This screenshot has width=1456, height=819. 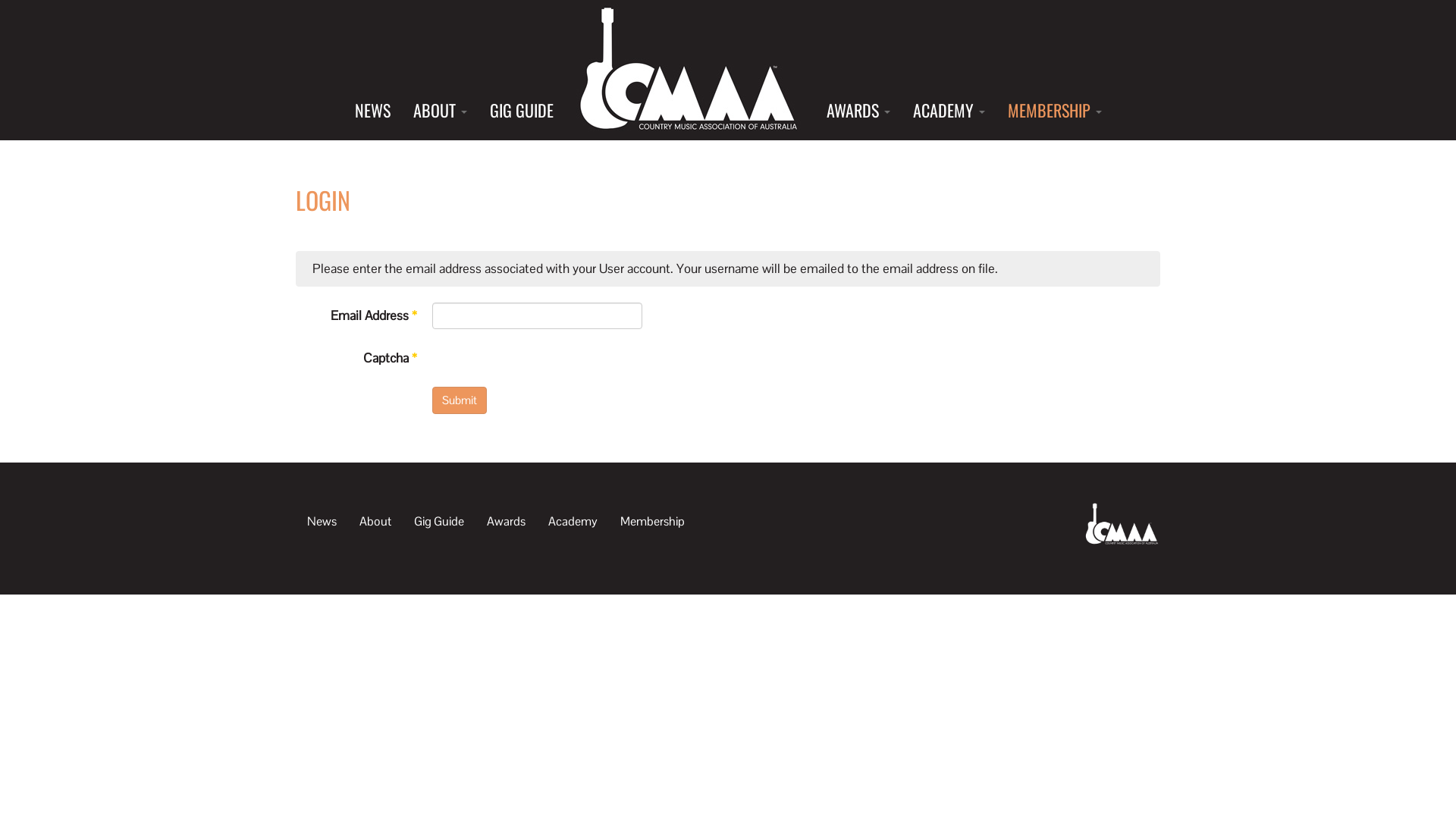 What do you see at coordinates (403, 519) in the screenshot?
I see `'Gig Guide'` at bounding box center [403, 519].